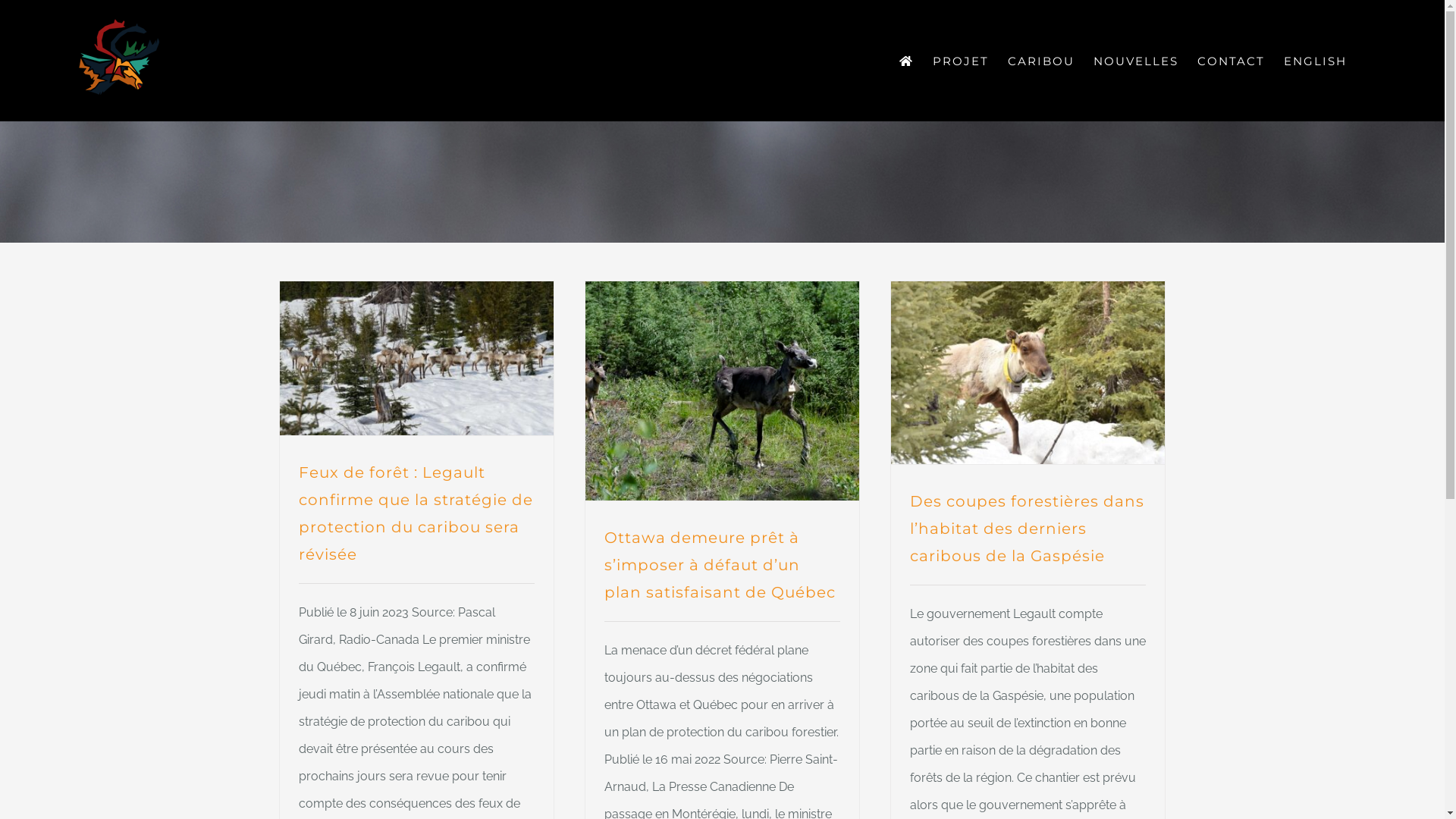 The image size is (1456, 819). What do you see at coordinates (1135, 60) in the screenshot?
I see `'NOUVELLES'` at bounding box center [1135, 60].